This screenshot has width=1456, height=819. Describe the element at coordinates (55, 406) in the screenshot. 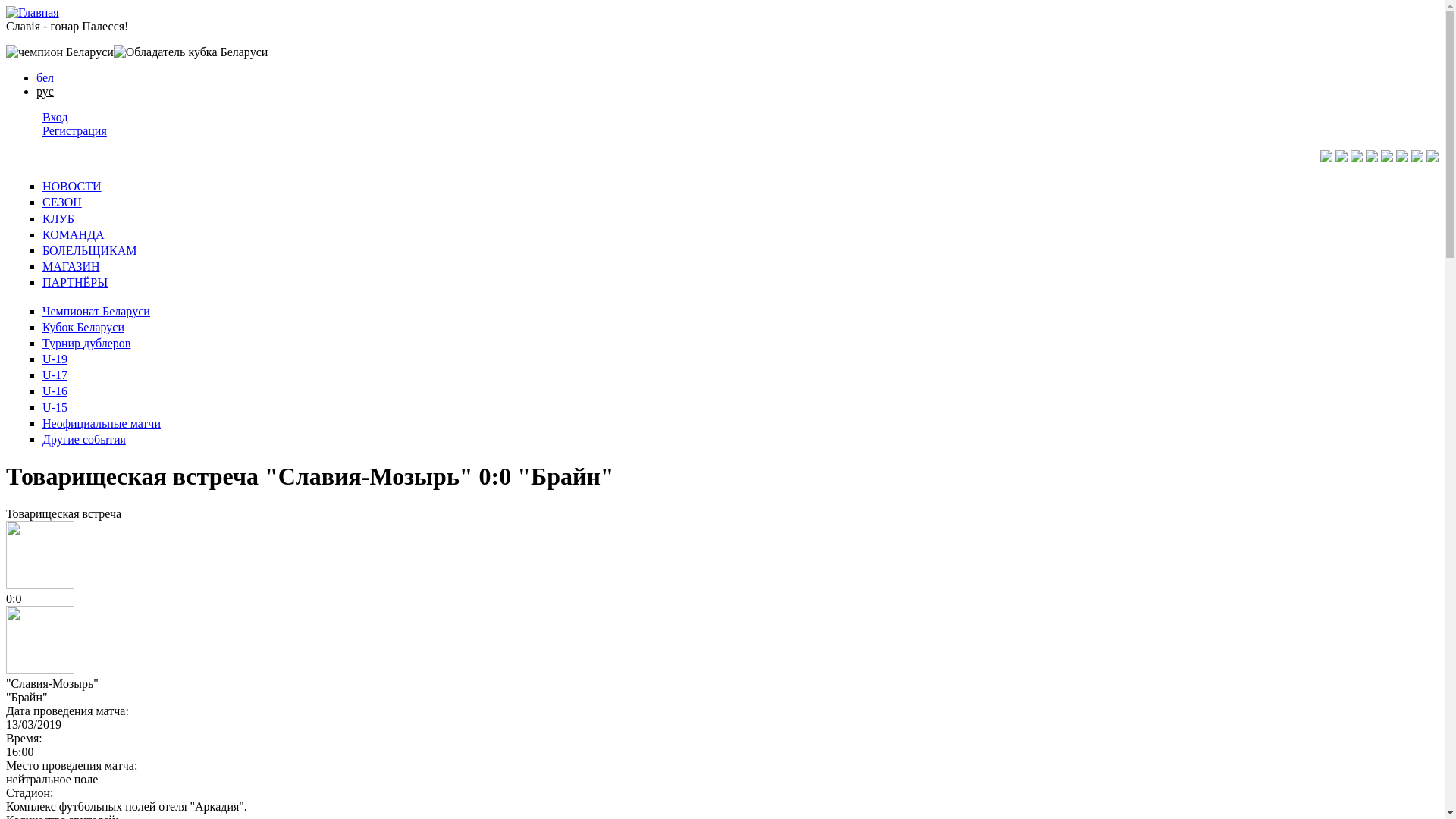

I see `'U-15'` at that location.